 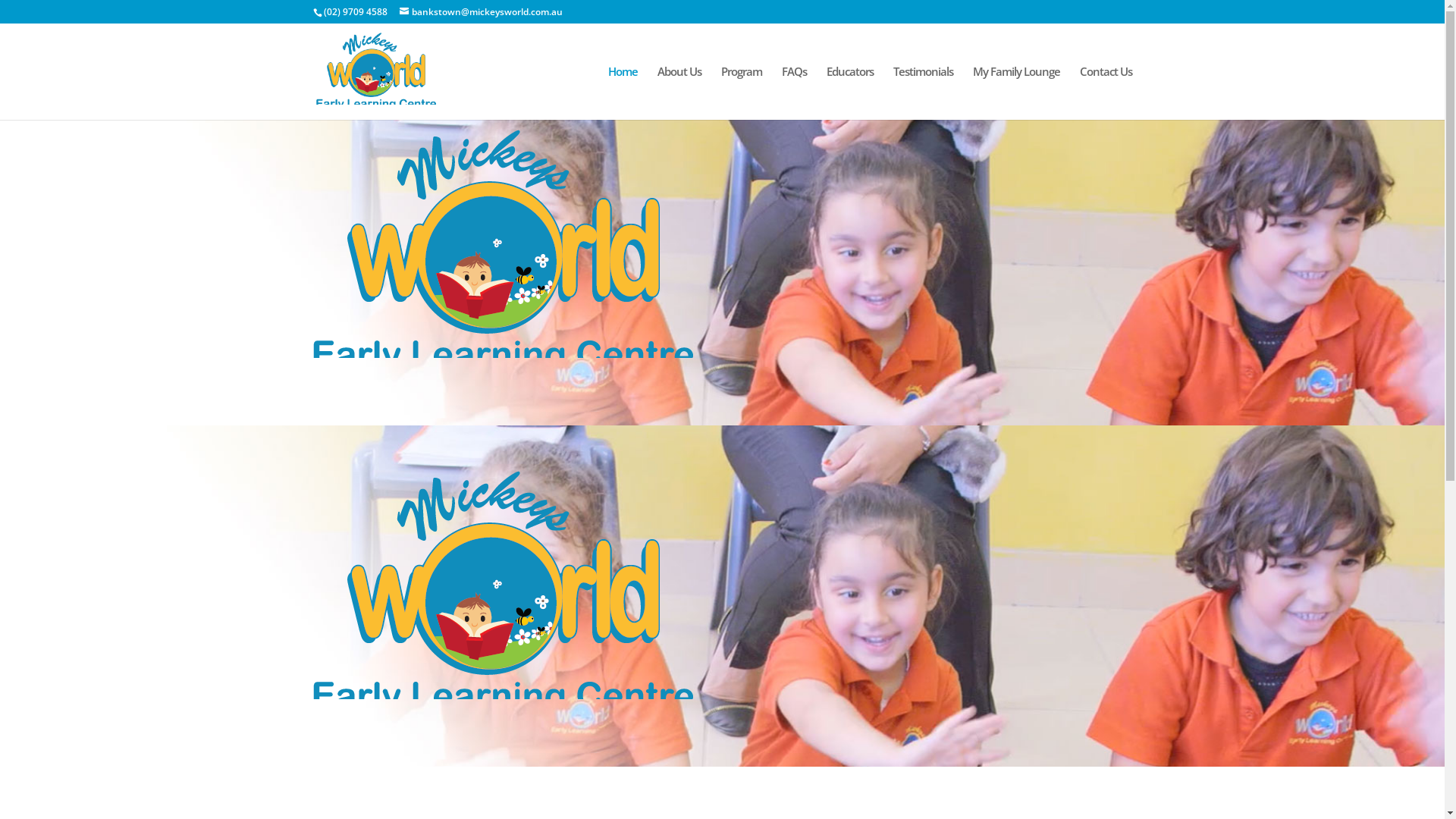 I want to click on 'Contact Us', so click(x=1106, y=93).